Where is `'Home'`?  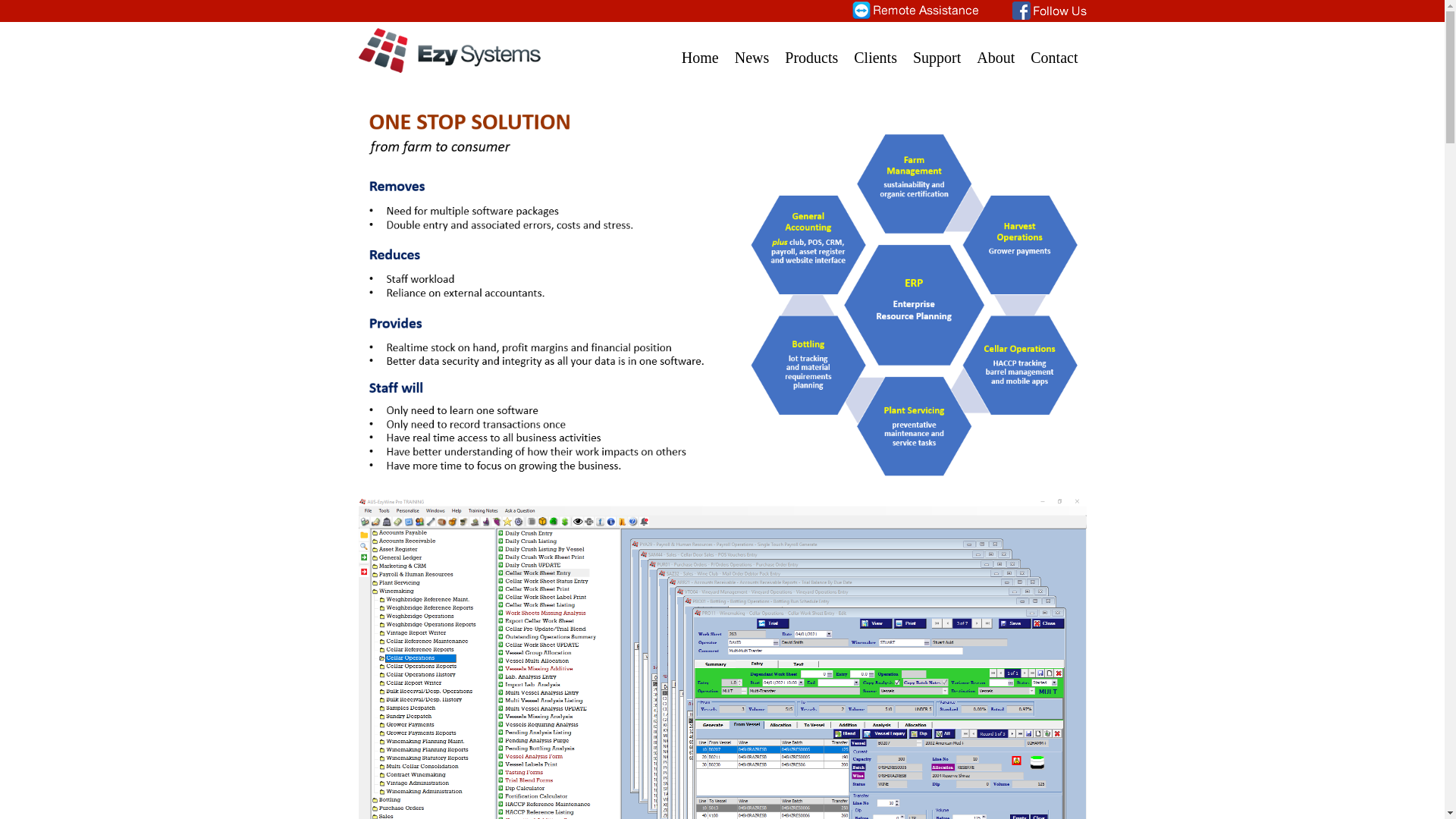
'Home' is located at coordinates (699, 48).